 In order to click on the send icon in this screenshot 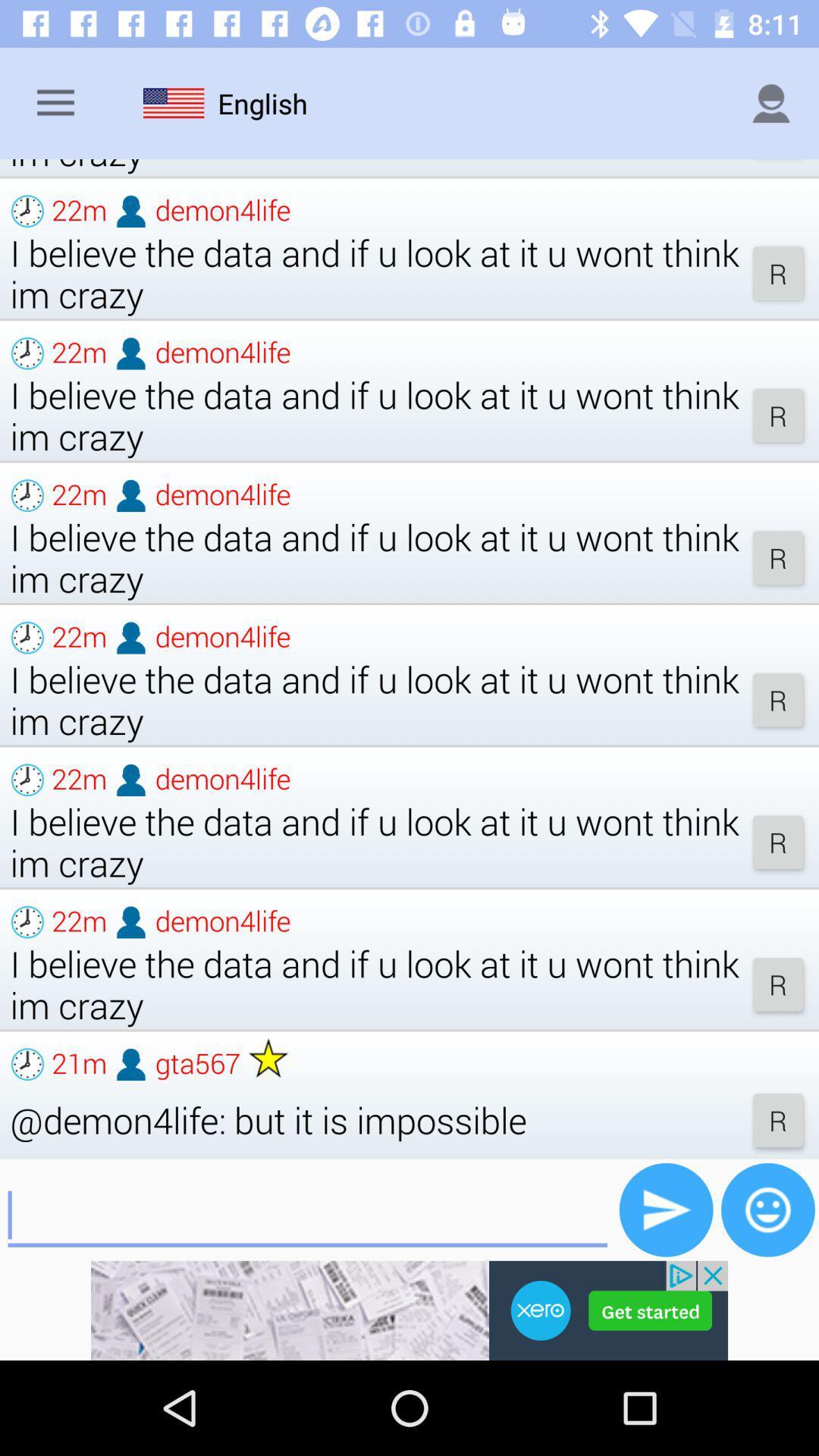, I will do `click(665, 1209)`.